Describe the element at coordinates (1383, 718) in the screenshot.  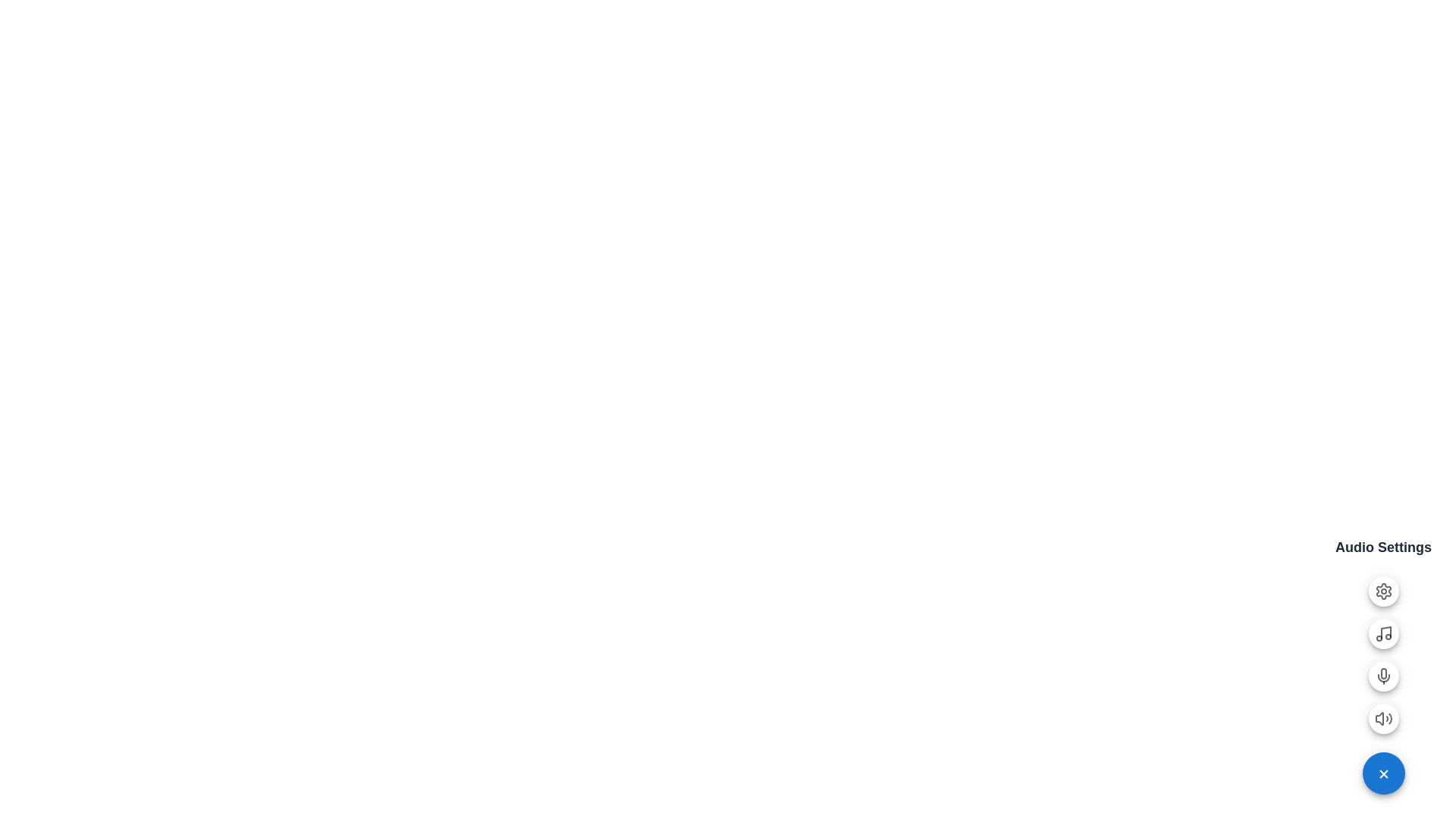
I see `the Floating Action Button (FAB) in the 'Audio Settings' menu` at that location.